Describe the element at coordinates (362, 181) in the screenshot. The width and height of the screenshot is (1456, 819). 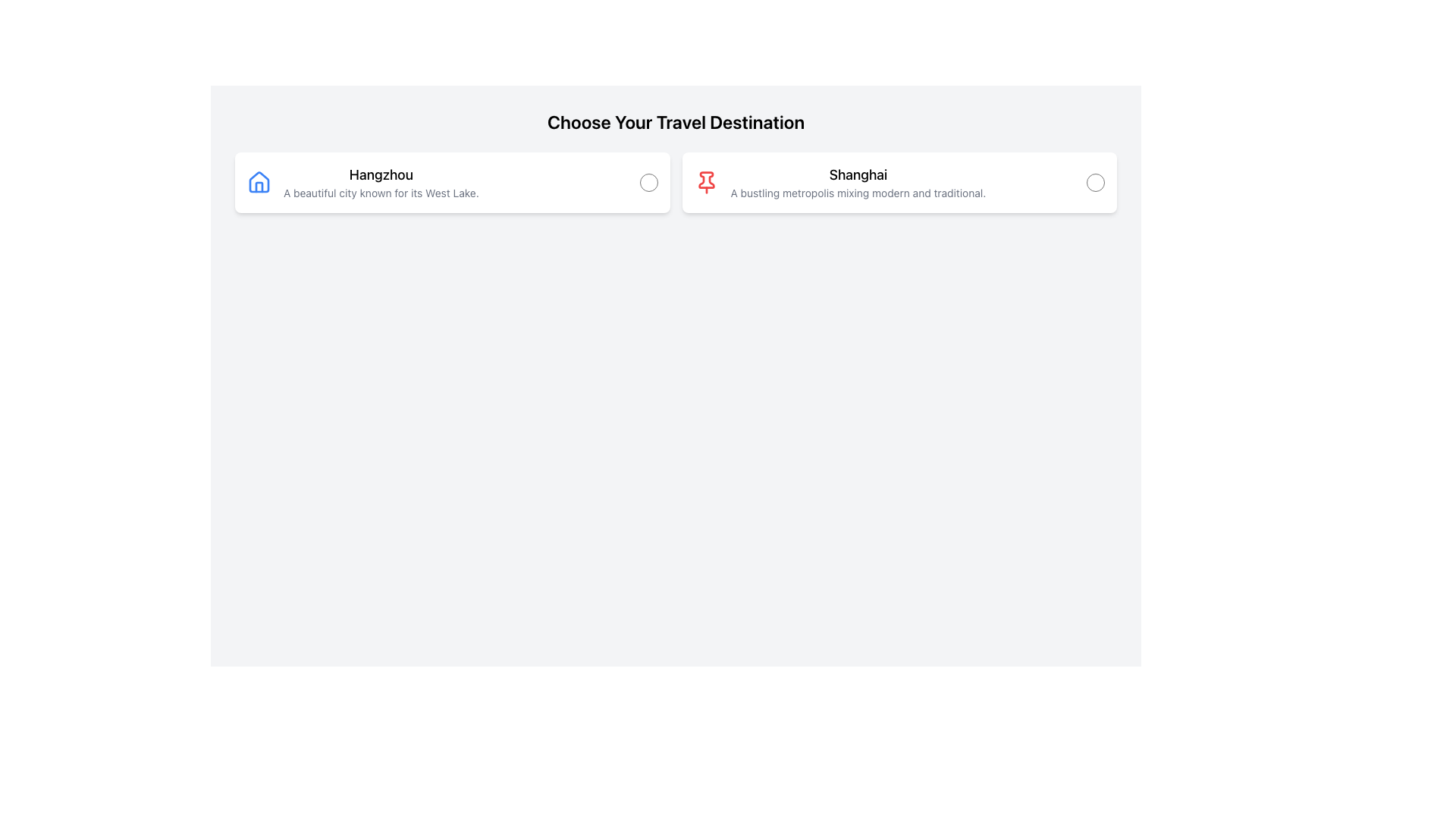
I see `the selectable item representing the travel destination 'Hangzhou' in the left panel of the two-column layout, specifically the first option in the selection list` at that location.